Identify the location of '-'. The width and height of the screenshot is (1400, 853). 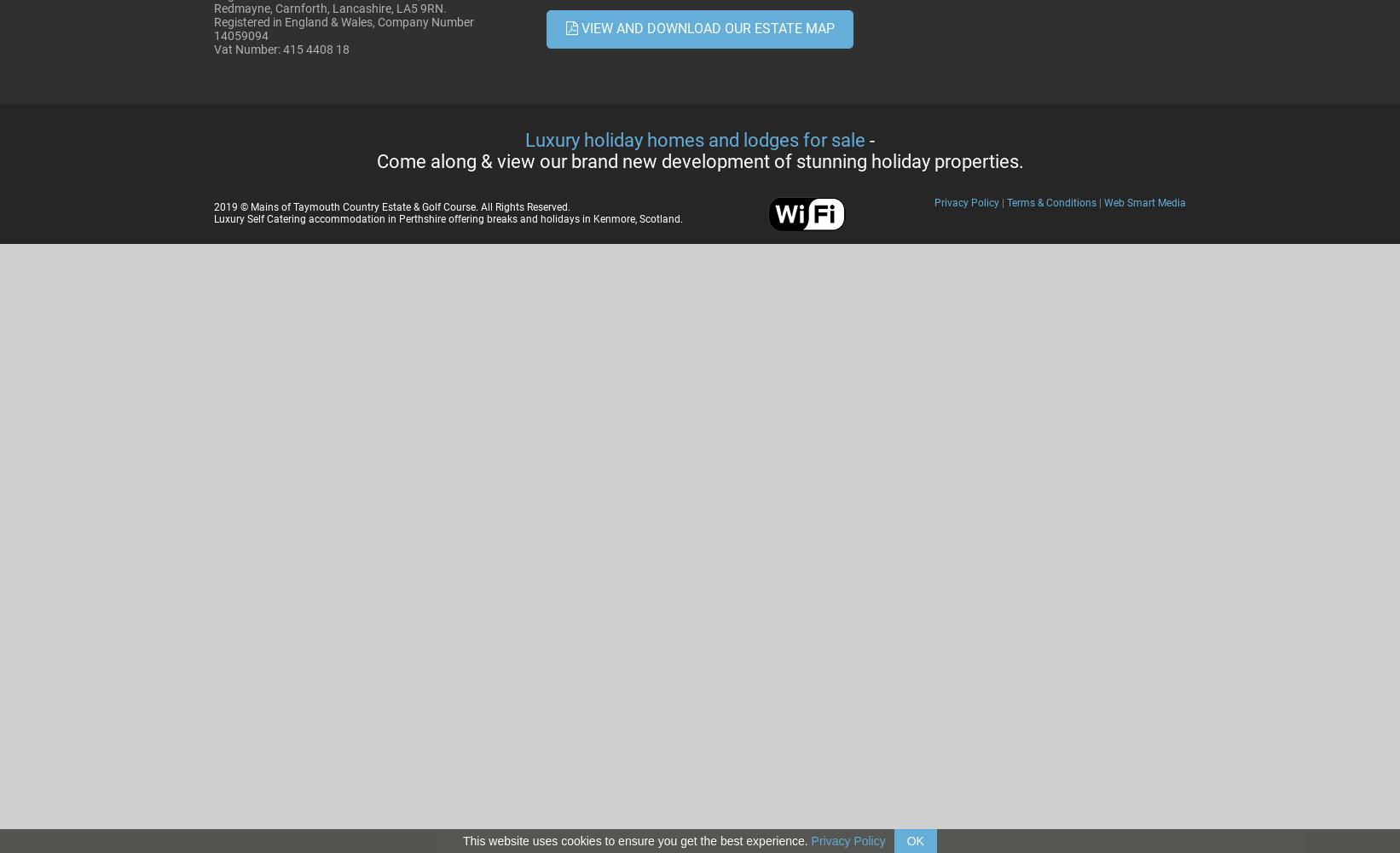
(870, 140).